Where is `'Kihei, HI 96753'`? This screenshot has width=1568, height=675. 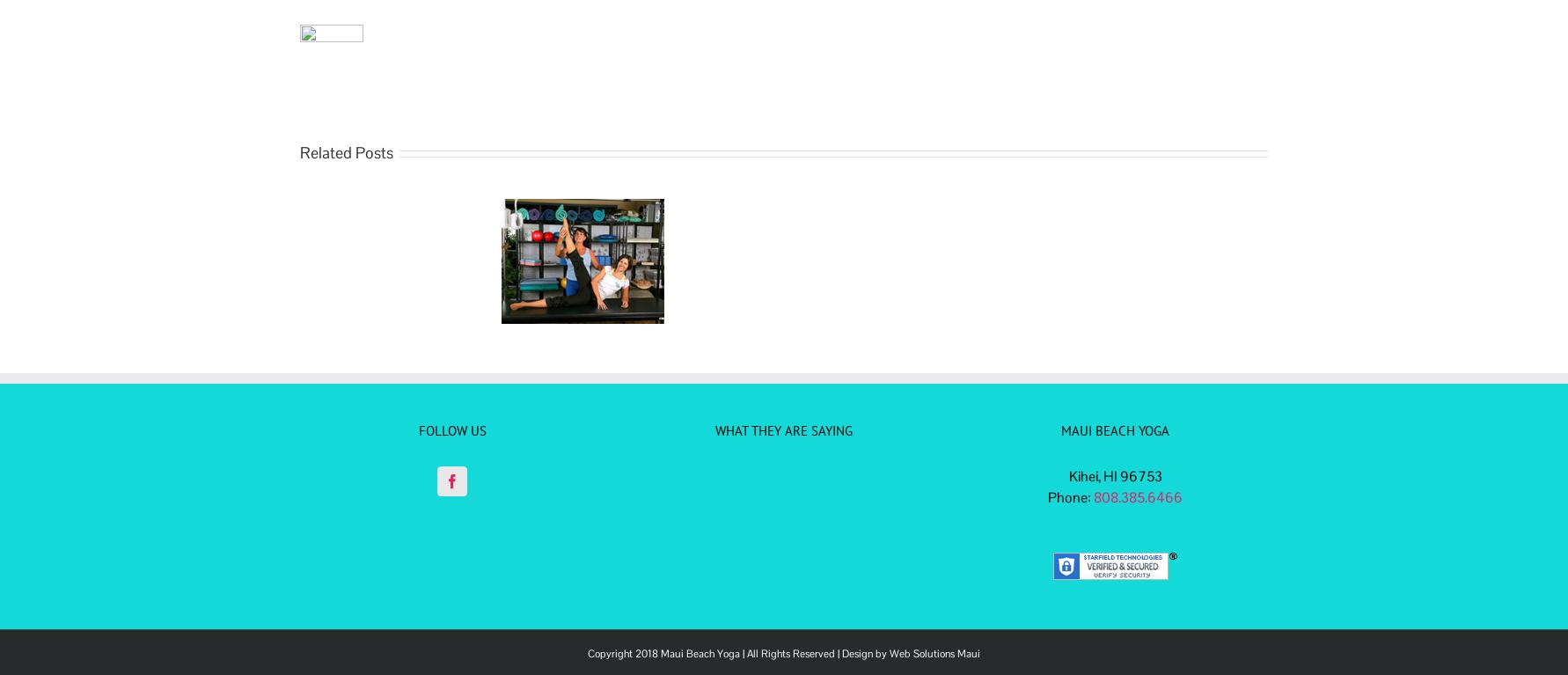 'Kihei, HI 96753' is located at coordinates (1115, 475).